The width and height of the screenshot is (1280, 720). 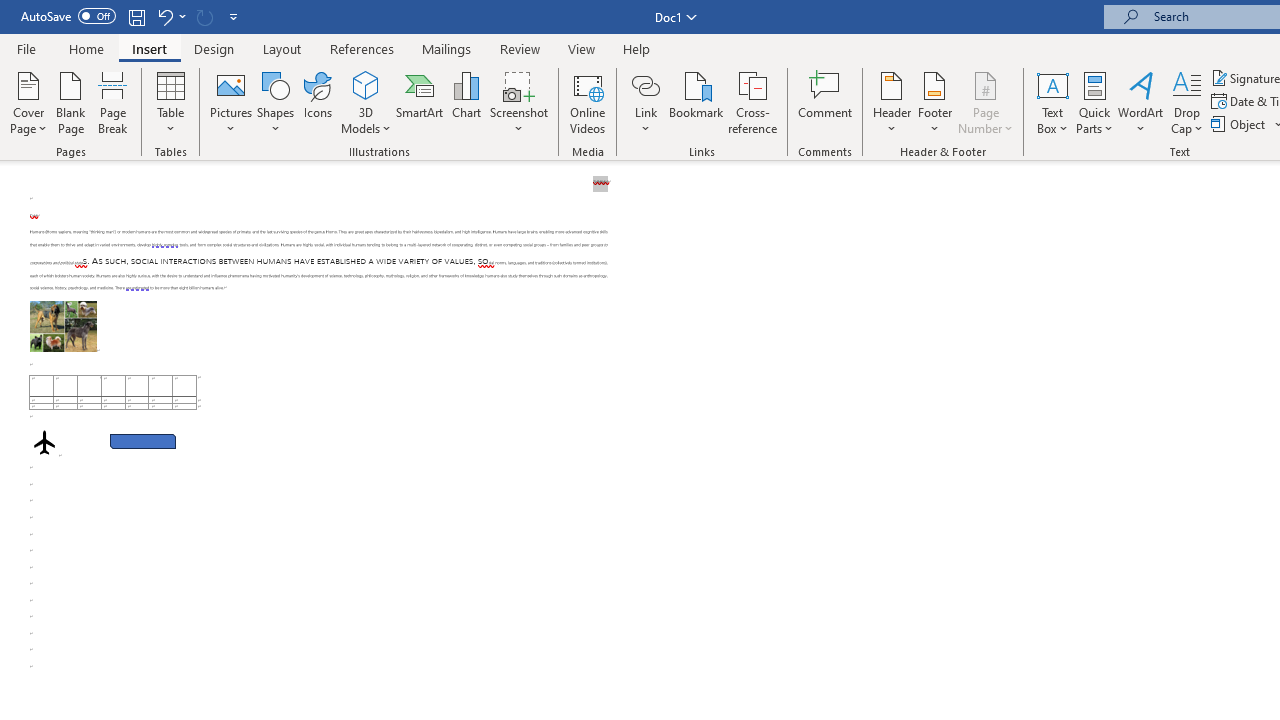 What do you see at coordinates (645, 103) in the screenshot?
I see `'Link'` at bounding box center [645, 103].